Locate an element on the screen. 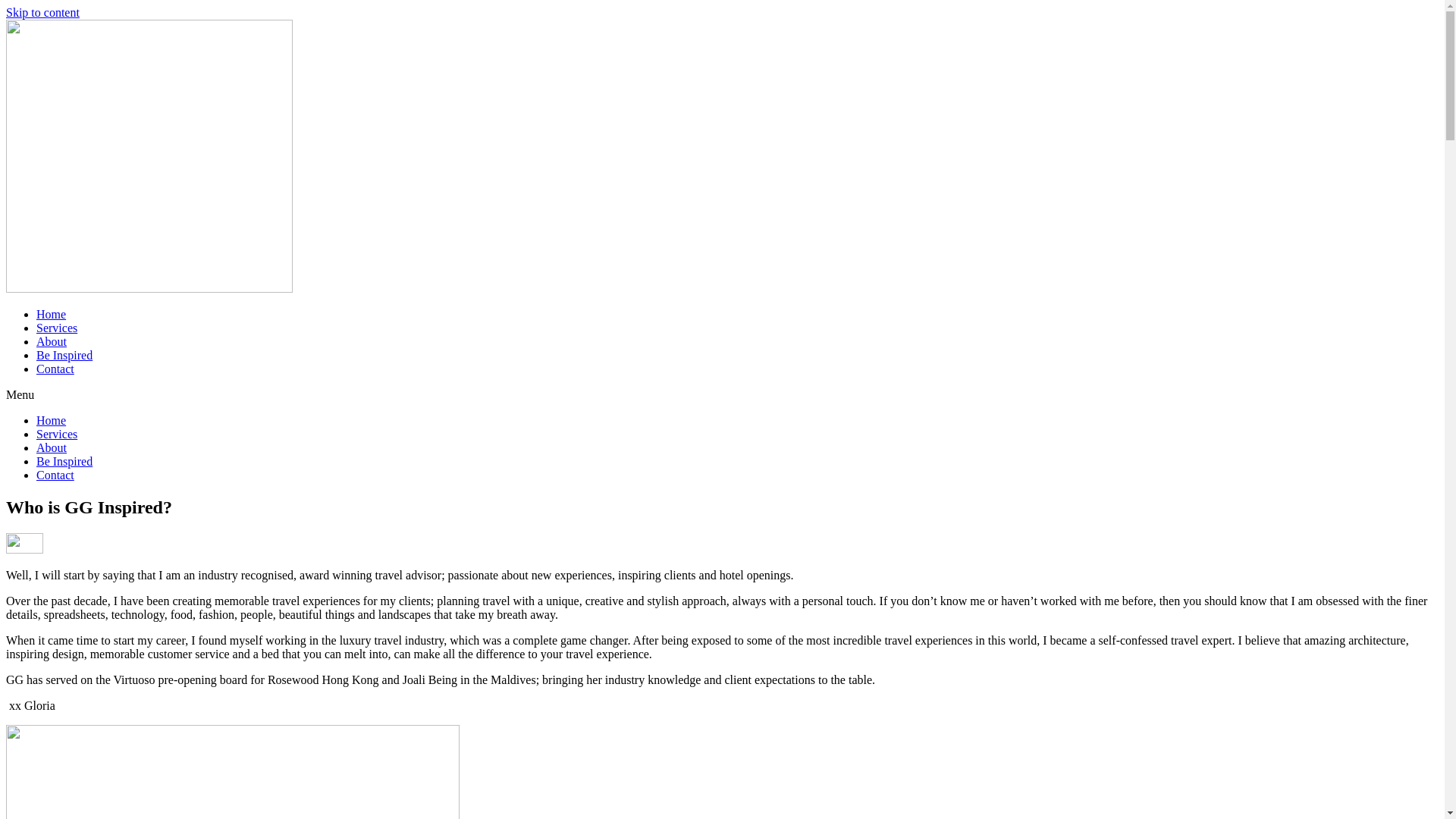  'About' is located at coordinates (51, 447).